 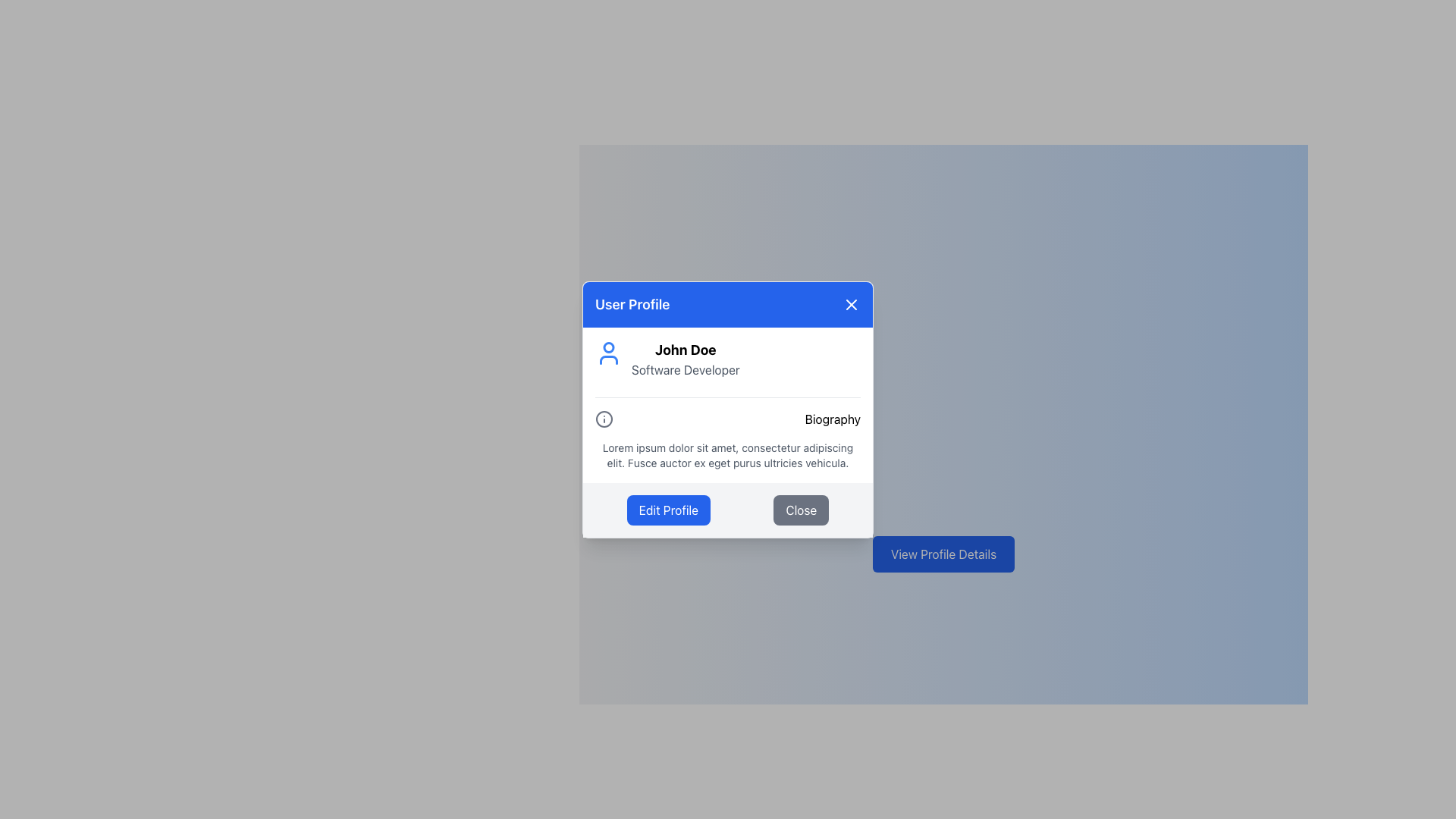 I want to click on text label displaying 'Software Developer' located directly below the bold name 'John Doe' in the user profile card interface, so click(x=685, y=369).